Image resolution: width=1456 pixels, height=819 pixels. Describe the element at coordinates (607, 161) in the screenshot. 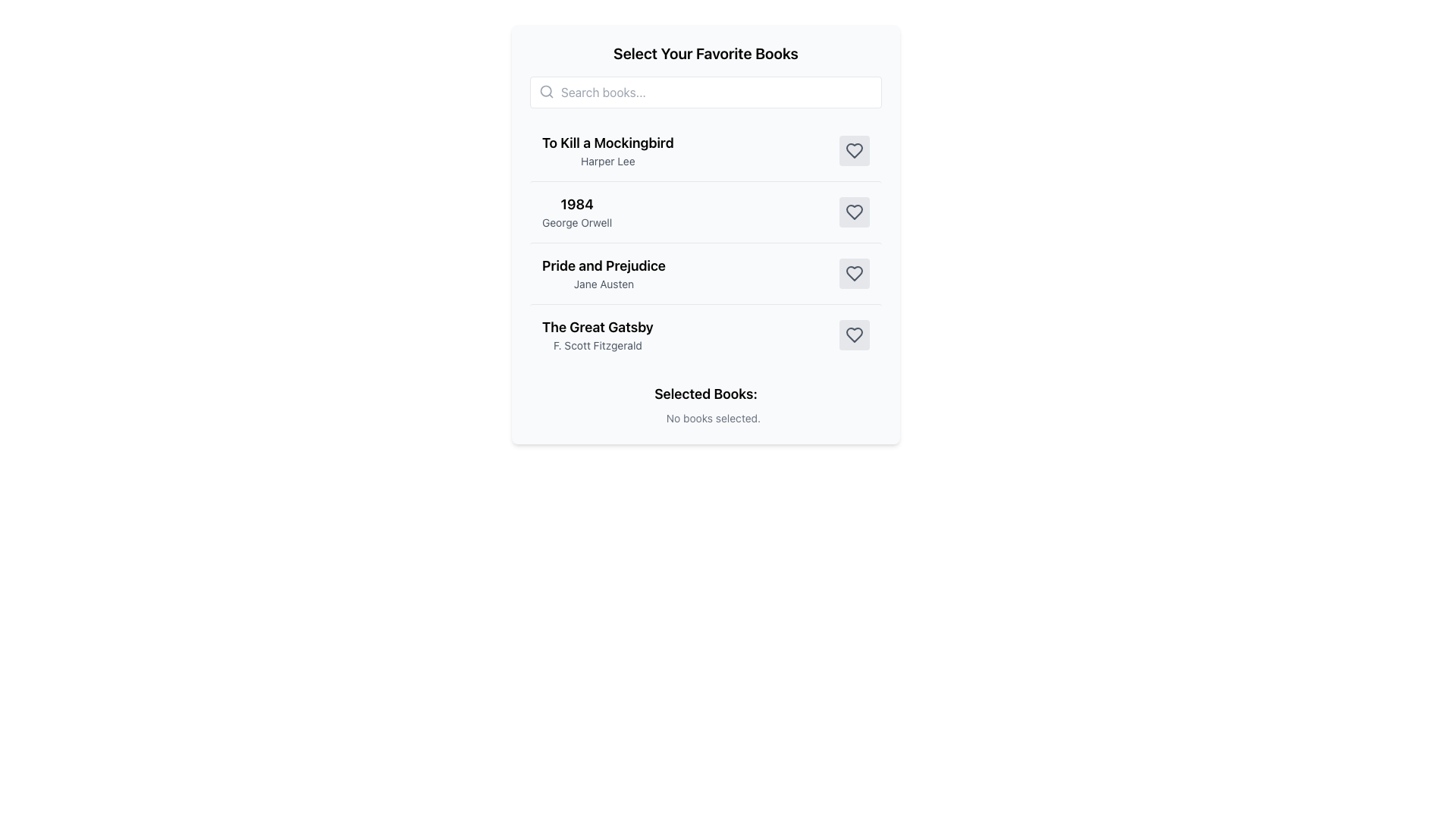

I see `the text label displaying the author's name for the book 'To Kill a Mockingbird', which is located underneath the book title in the center of the interface` at that location.